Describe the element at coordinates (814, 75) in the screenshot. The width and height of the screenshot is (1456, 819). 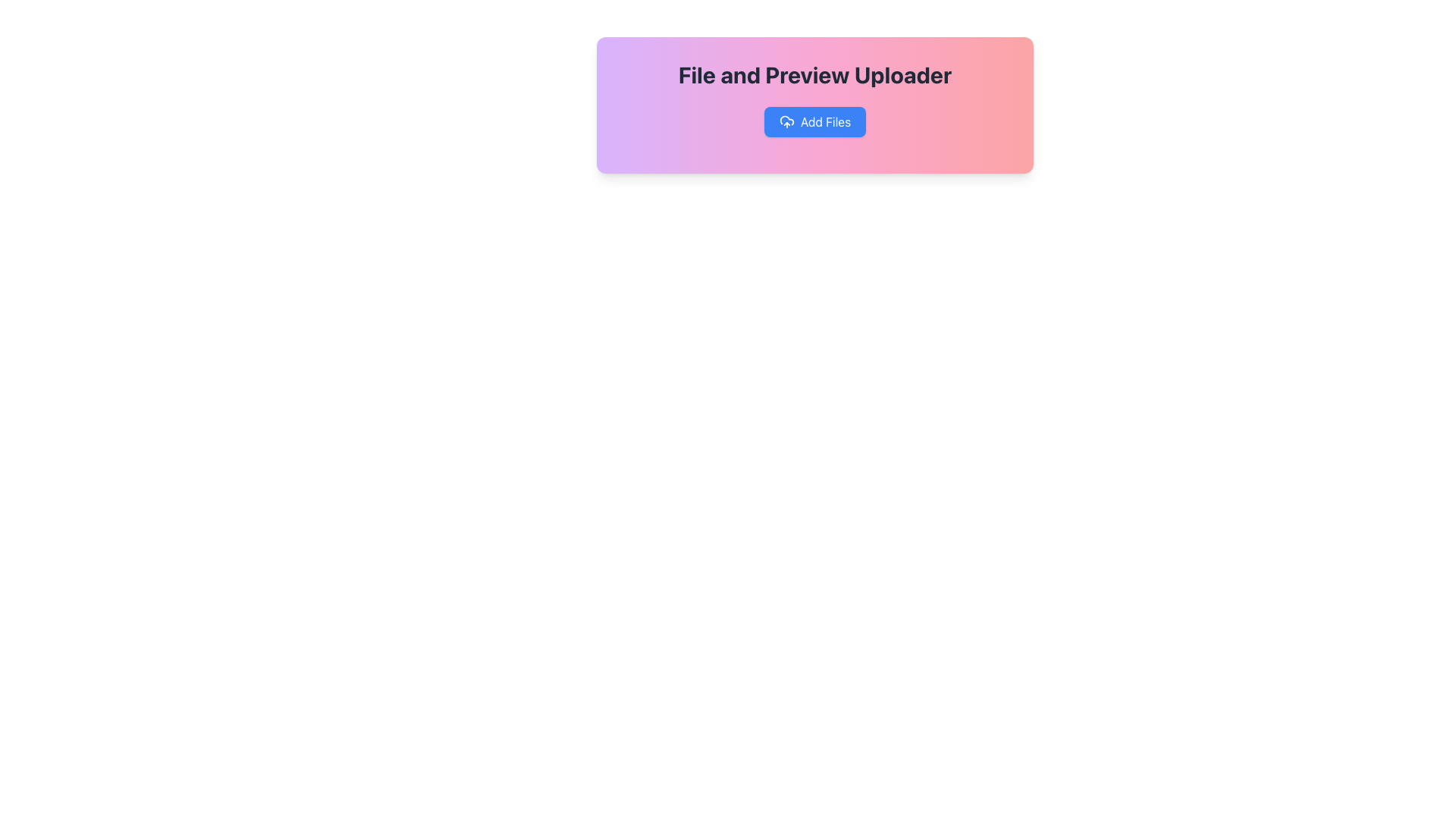
I see `the centered text header labeled 'File and Preview Uploader', which is styled in a large, bold font with a dark gray color and is positioned over a gradient background` at that location.